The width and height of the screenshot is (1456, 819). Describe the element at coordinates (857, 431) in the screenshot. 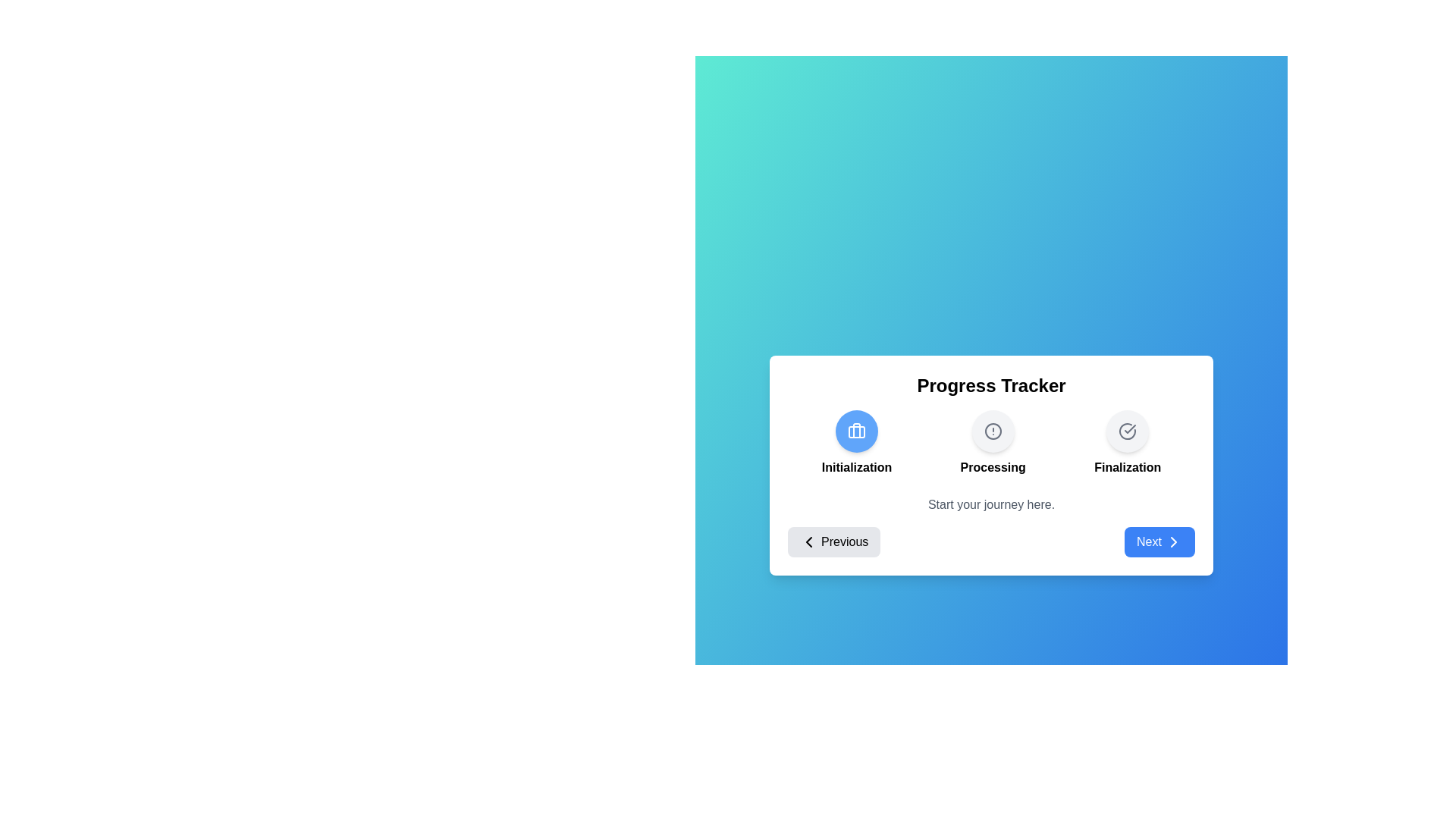

I see `the step Initialization to activate it` at that location.